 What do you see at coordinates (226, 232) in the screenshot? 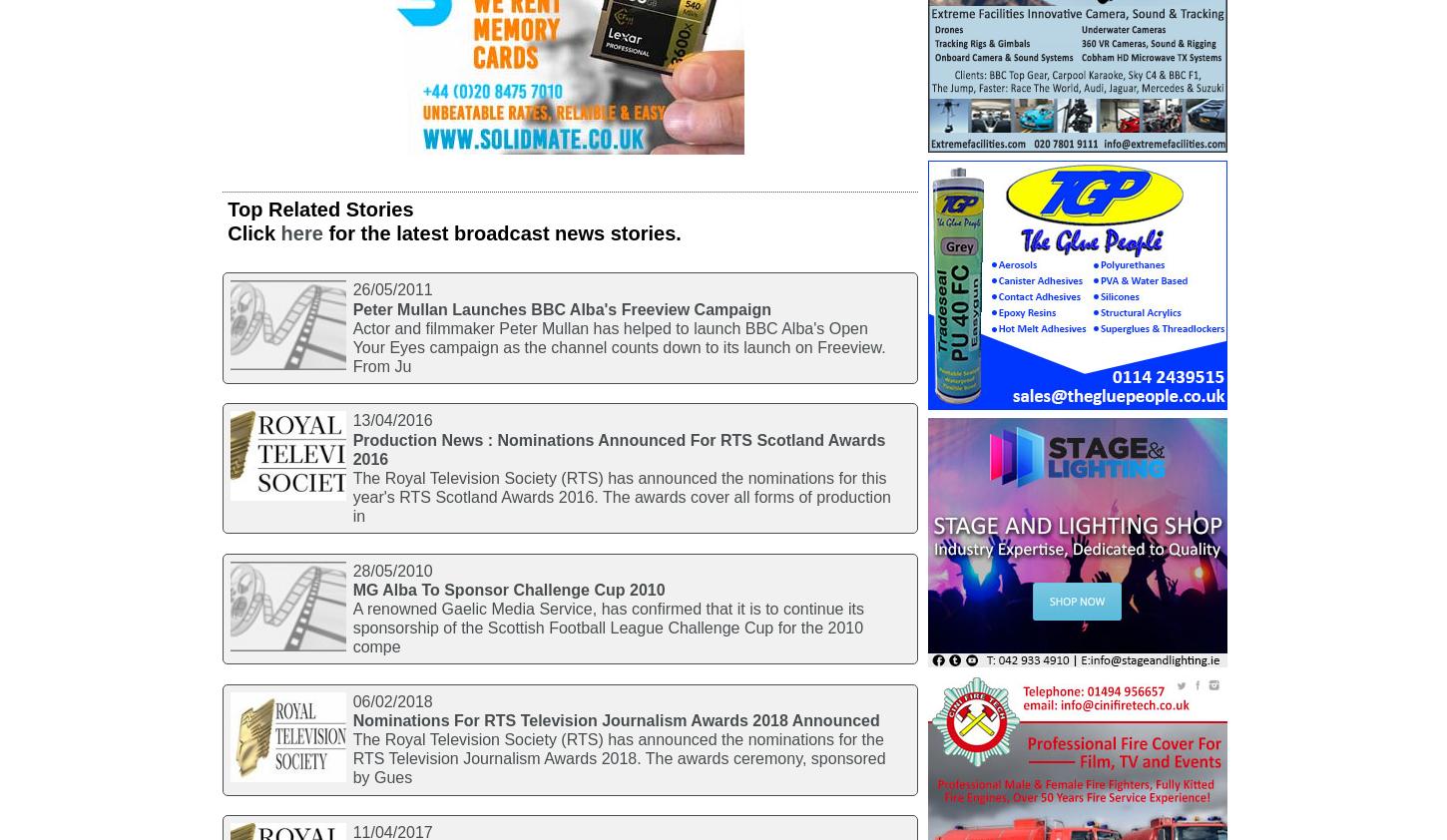
I see `'Click'` at bounding box center [226, 232].